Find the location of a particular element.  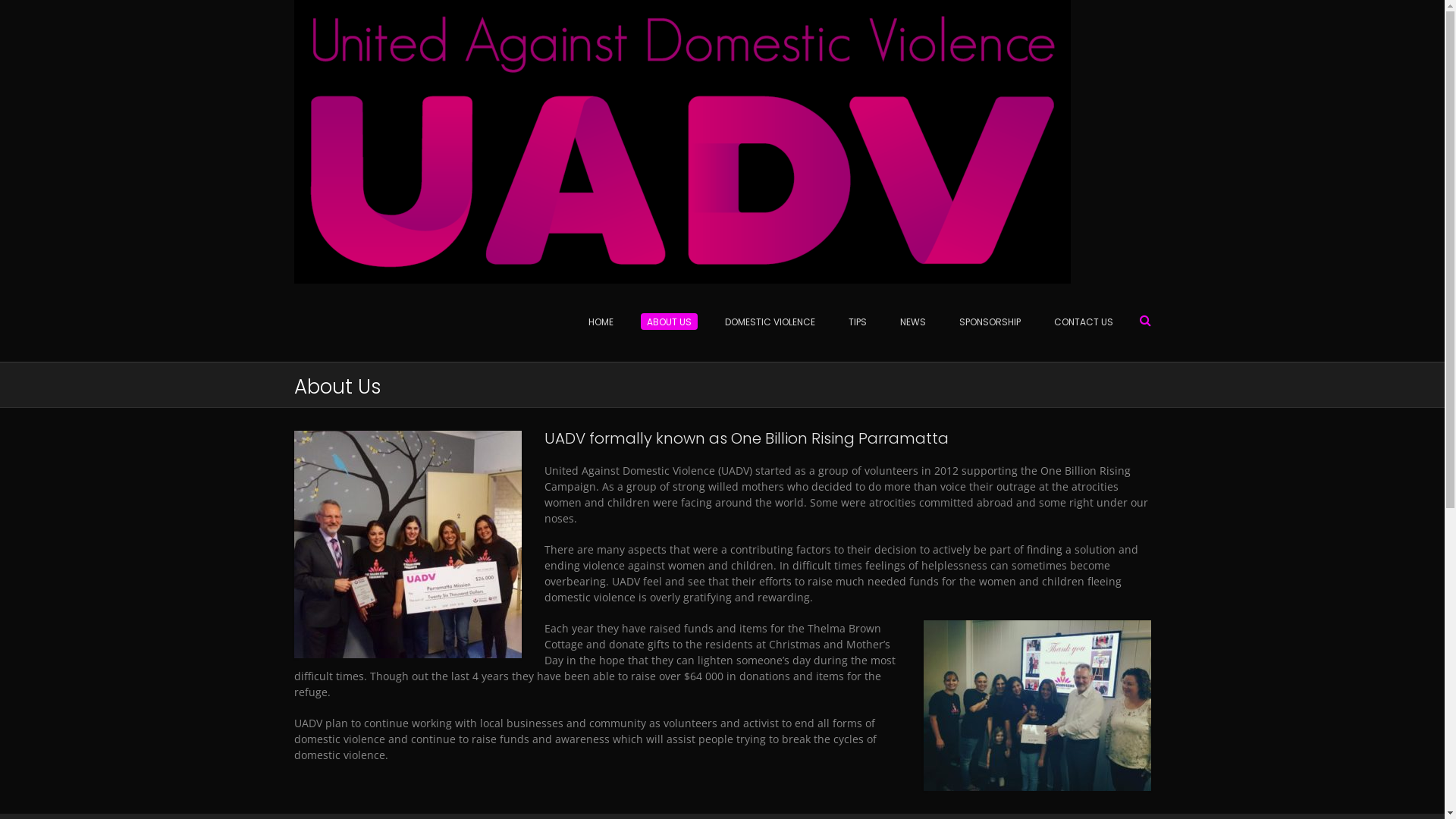

'NEWS' is located at coordinates (912, 322).